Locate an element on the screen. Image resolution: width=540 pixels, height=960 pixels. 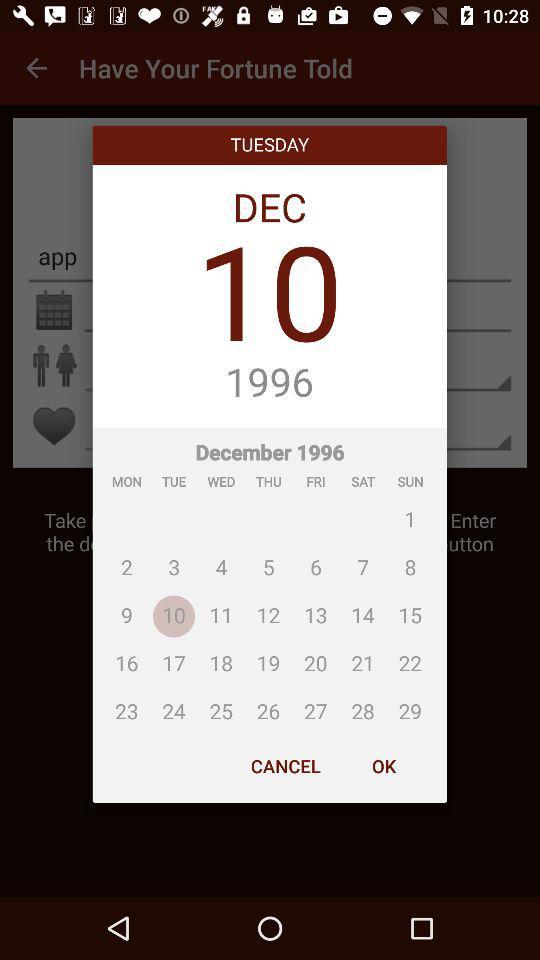
the item next to the cancel is located at coordinates (383, 765).